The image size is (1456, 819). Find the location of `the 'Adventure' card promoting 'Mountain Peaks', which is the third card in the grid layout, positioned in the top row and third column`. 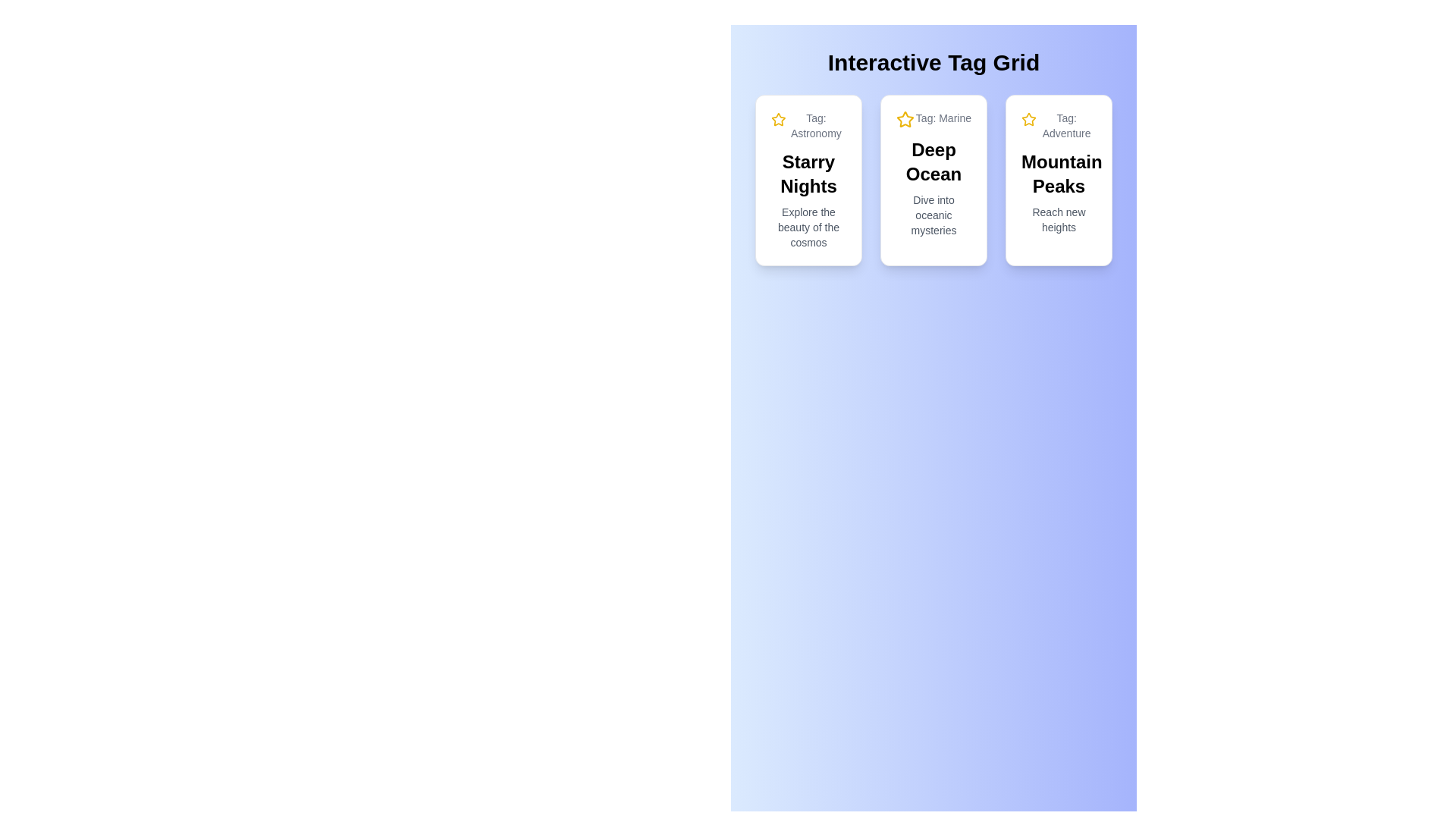

the 'Adventure' card promoting 'Mountain Peaks', which is the third card in the grid layout, positioned in the top row and third column is located at coordinates (1058, 180).